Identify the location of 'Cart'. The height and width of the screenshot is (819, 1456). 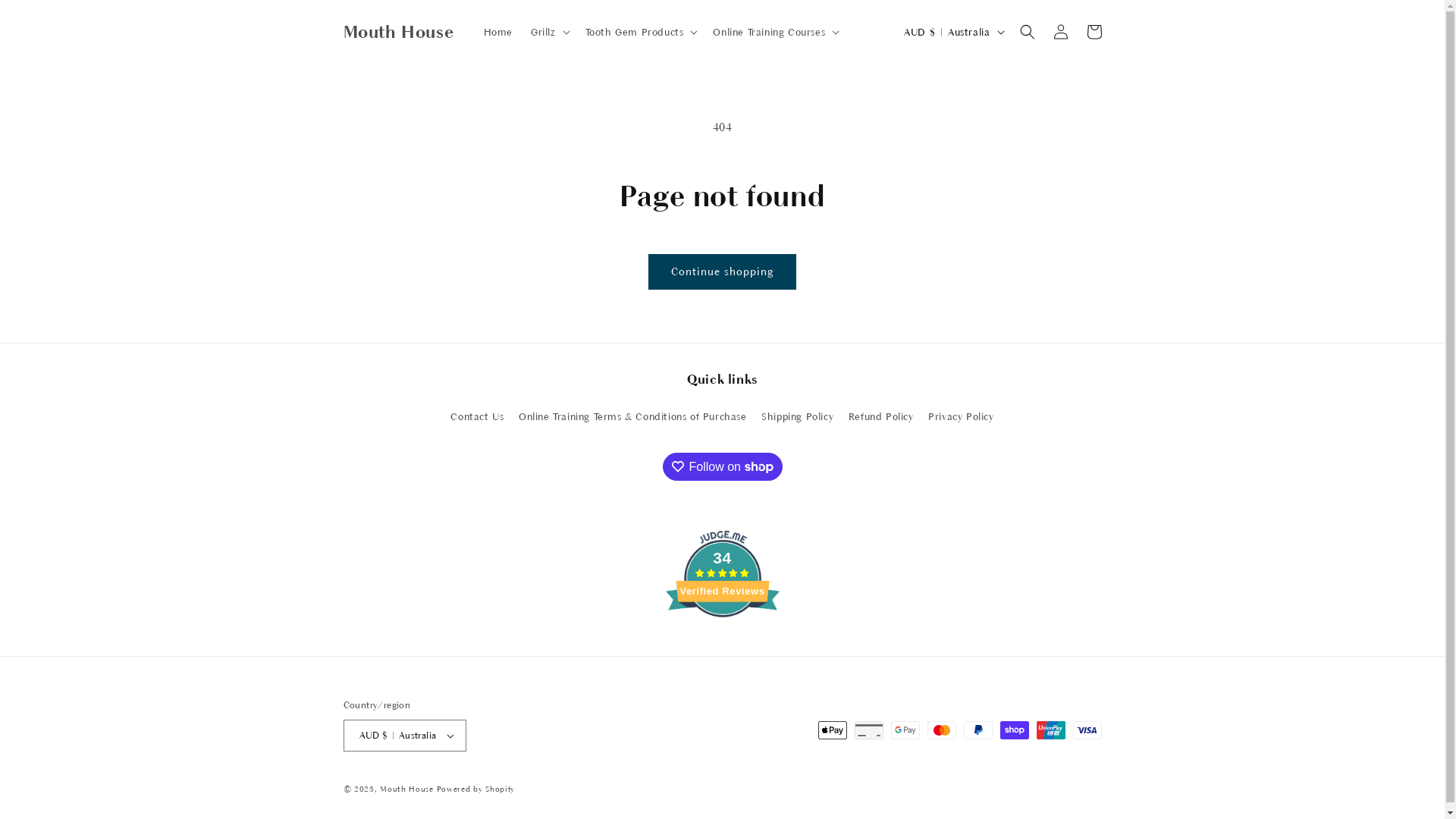
(1093, 32).